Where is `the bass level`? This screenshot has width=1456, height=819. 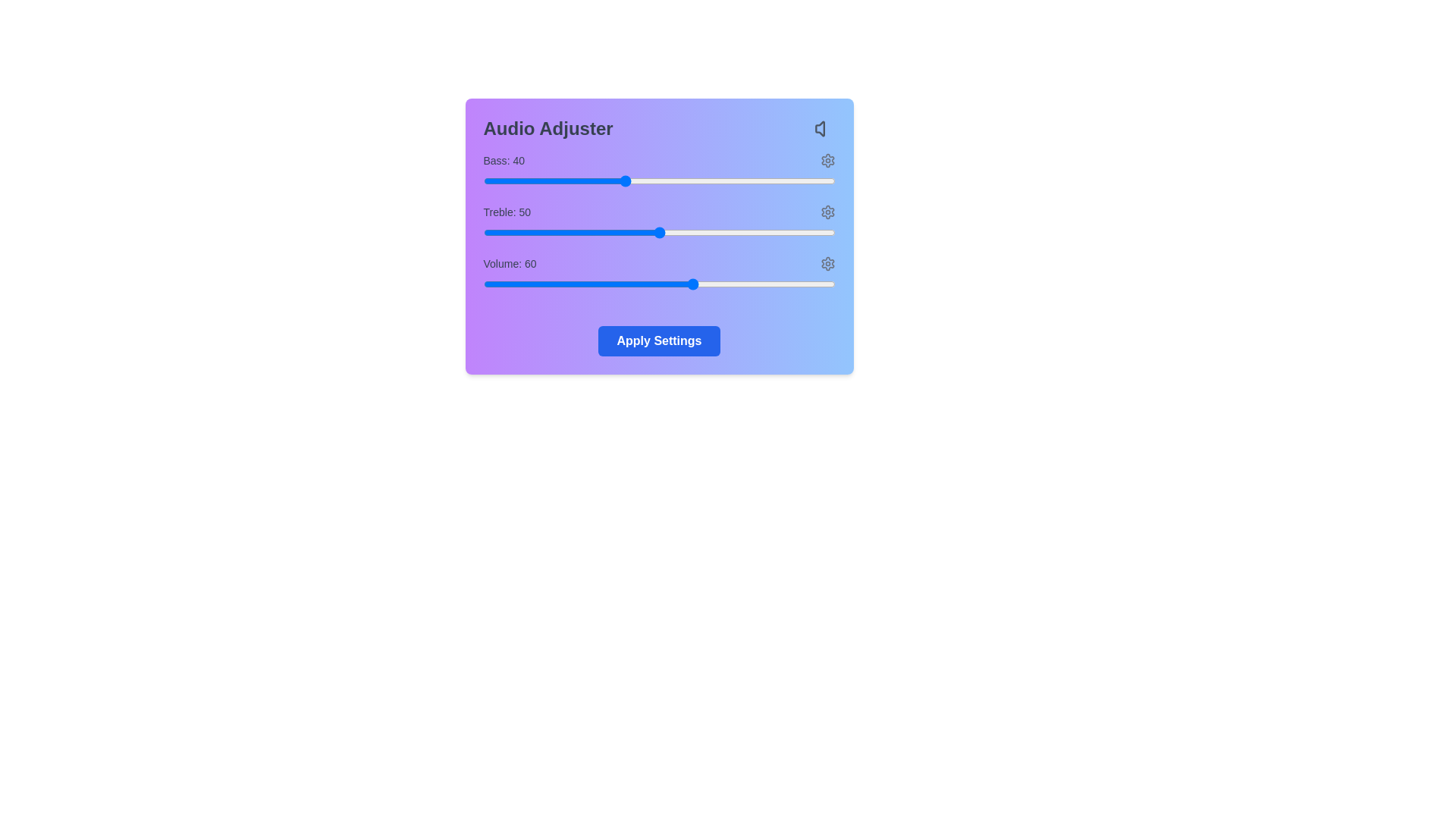
the bass level is located at coordinates (487, 180).